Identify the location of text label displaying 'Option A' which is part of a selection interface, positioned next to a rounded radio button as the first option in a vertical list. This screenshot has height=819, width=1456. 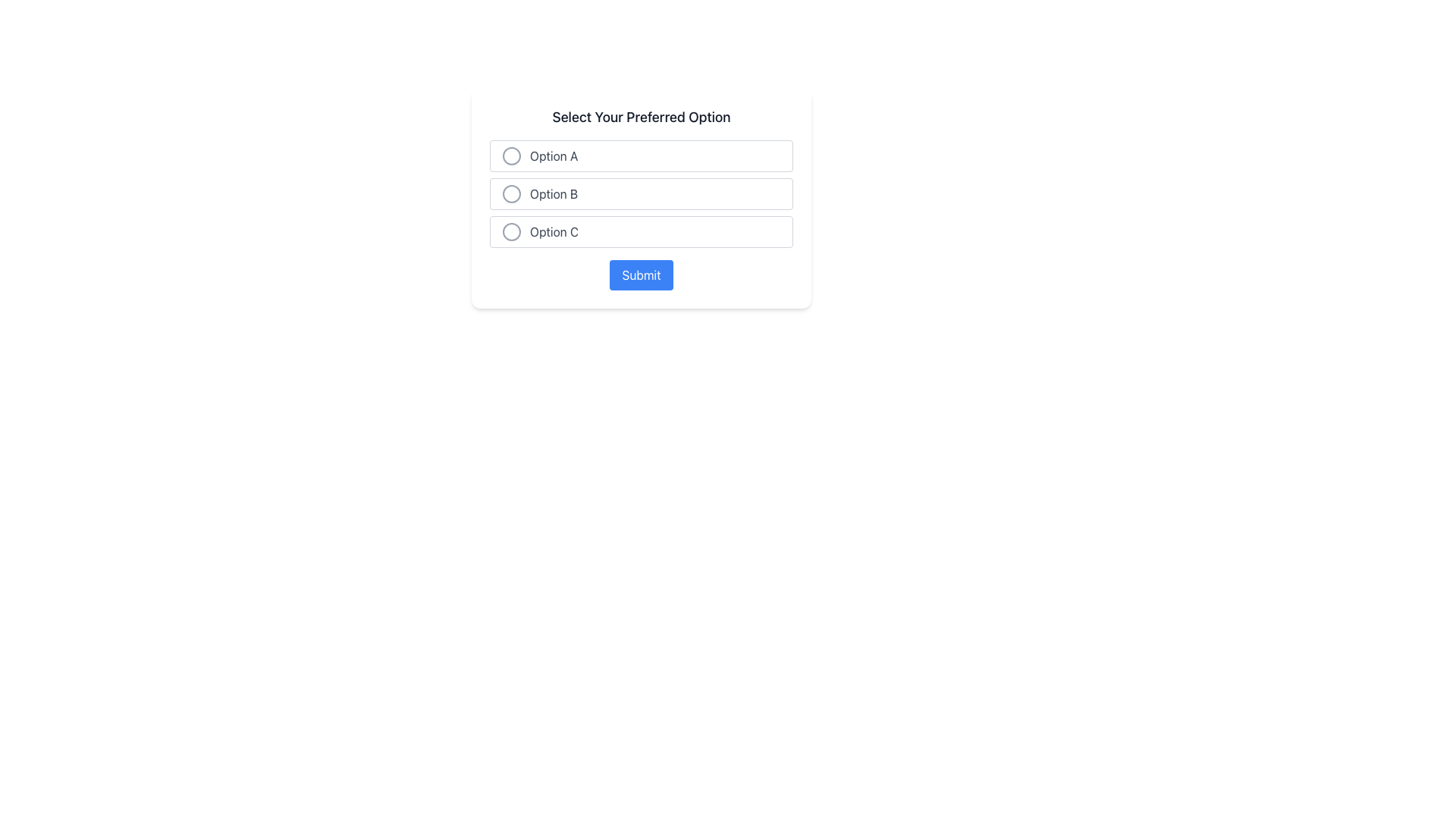
(553, 155).